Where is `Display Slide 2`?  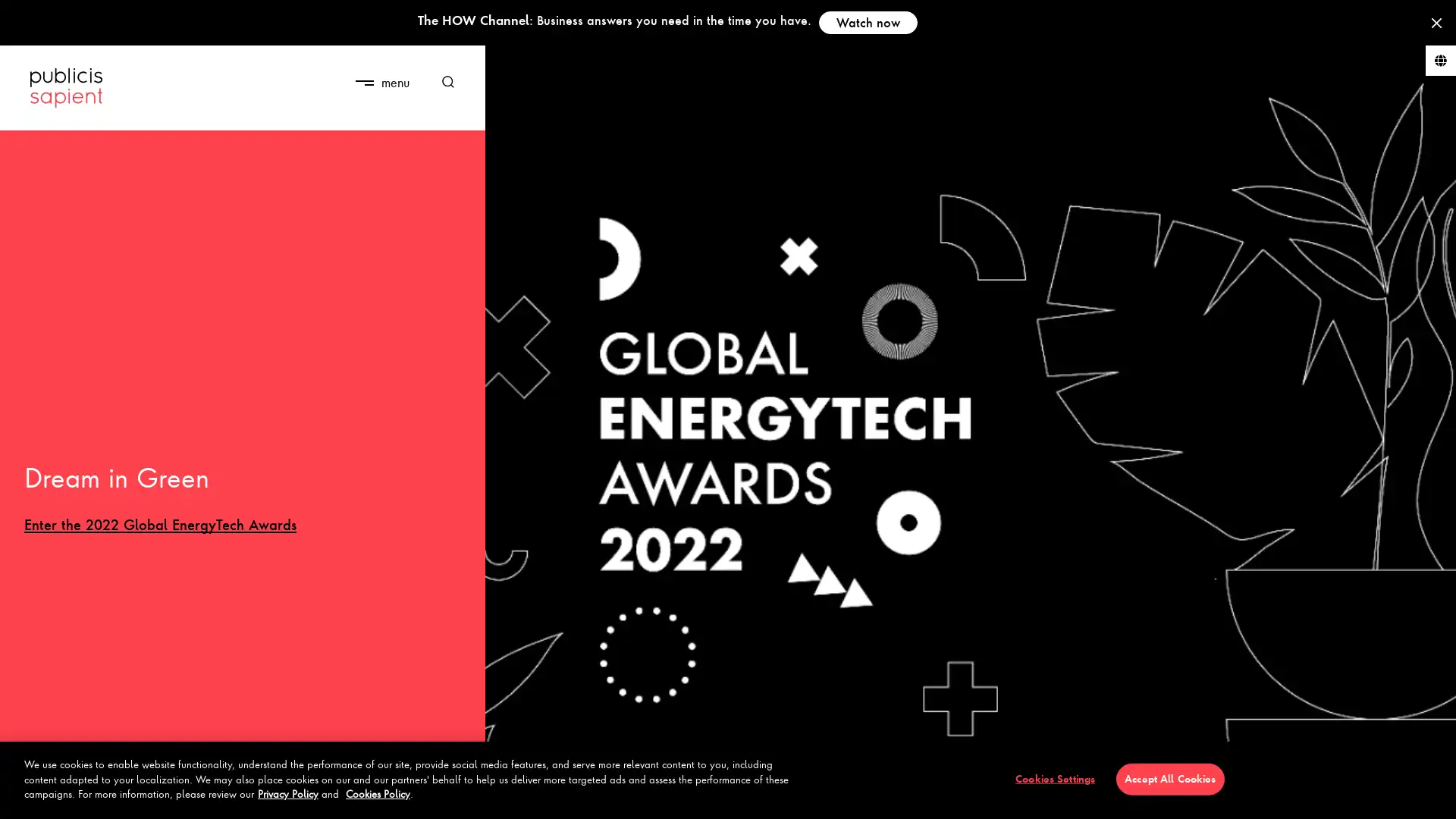
Display Slide 2 is located at coordinates (71, 798).